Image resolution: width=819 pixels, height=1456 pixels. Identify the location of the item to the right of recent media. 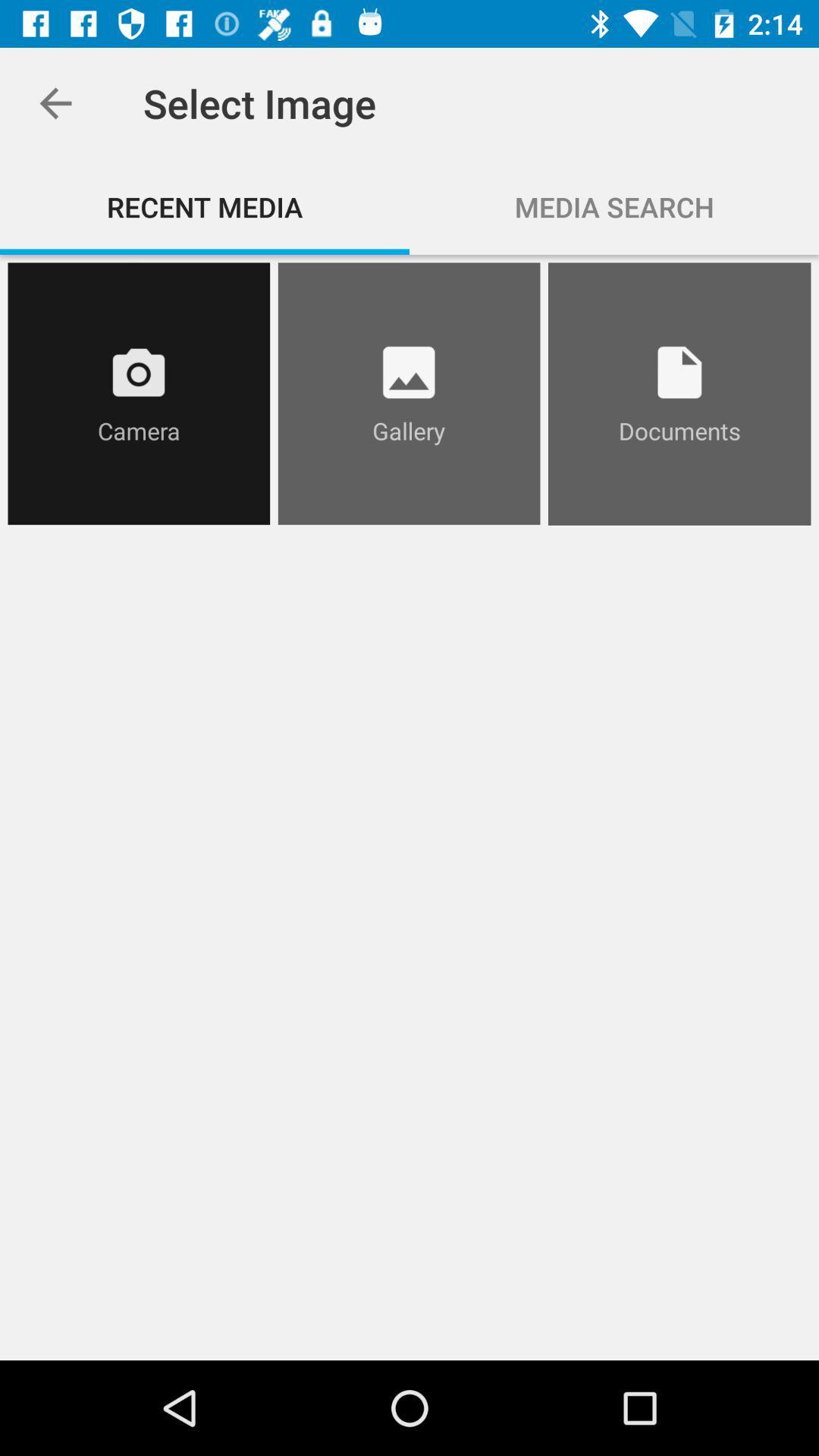
(614, 206).